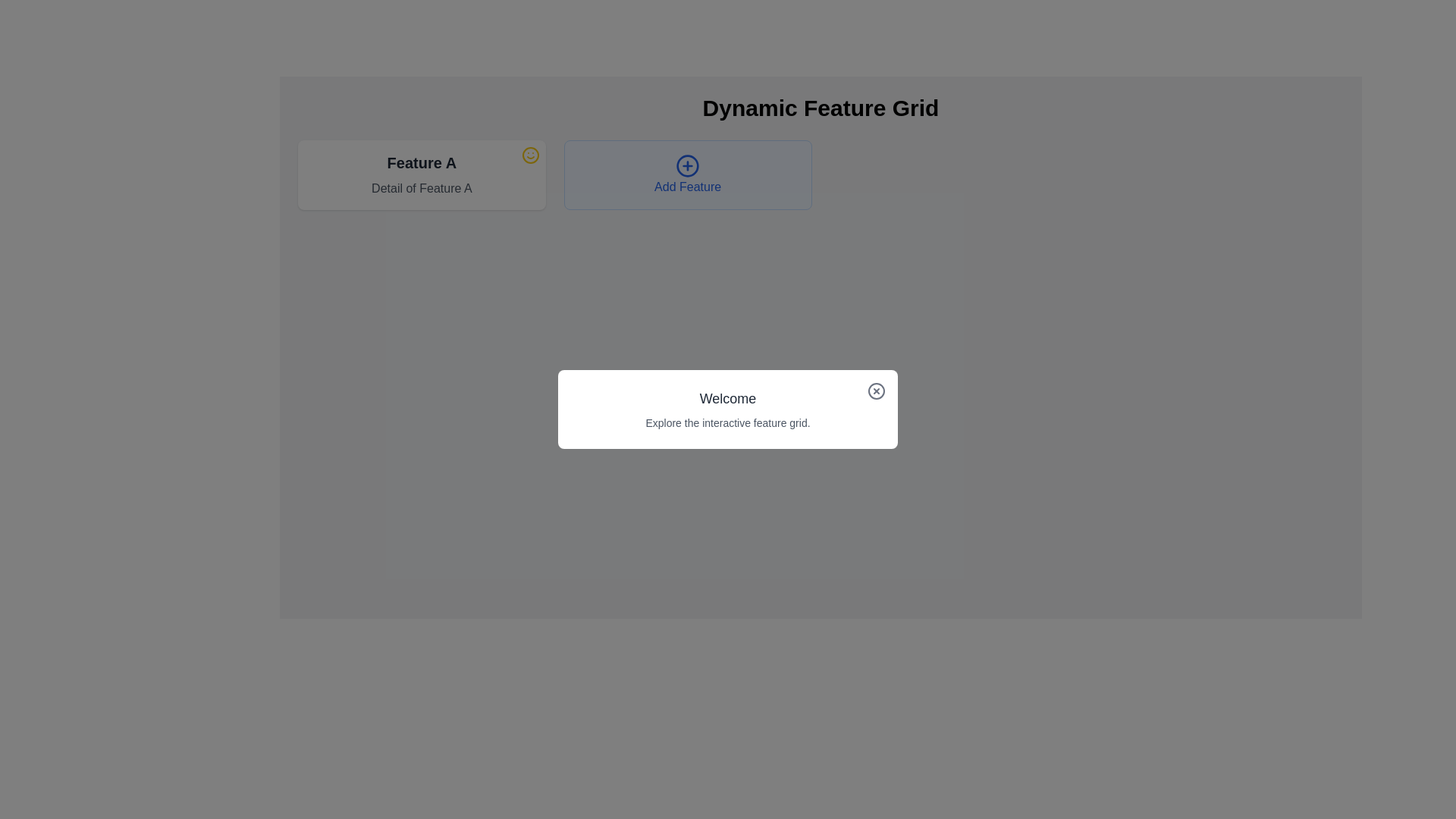  Describe the element at coordinates (820, 107) in the screenshot. I see `the Text Header element located at the top of the page, which serves as the title for the interface section, to focus on it` at that location.